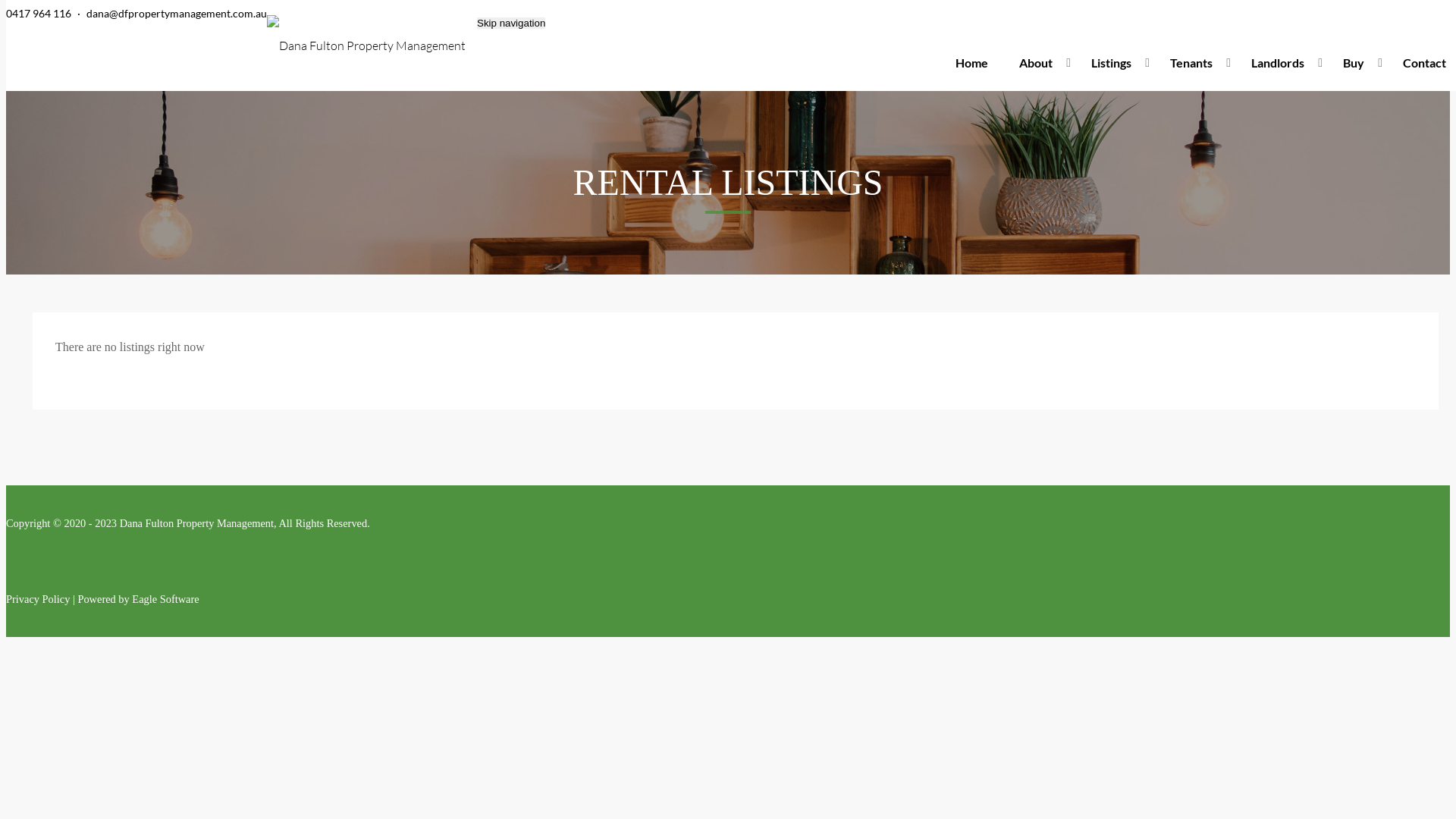  Describe the element at coordinates (1039, 62) in the screenshot. I see `'About'` at that location.